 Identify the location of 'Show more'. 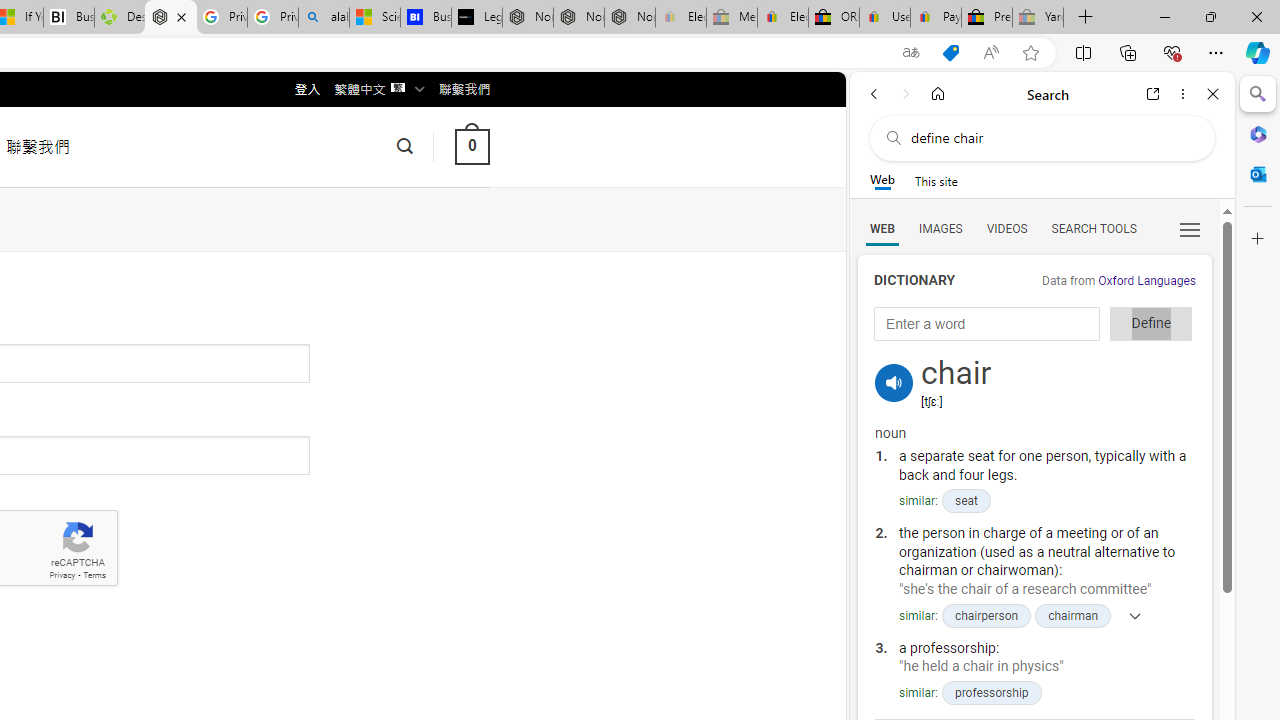
(1129, 614).